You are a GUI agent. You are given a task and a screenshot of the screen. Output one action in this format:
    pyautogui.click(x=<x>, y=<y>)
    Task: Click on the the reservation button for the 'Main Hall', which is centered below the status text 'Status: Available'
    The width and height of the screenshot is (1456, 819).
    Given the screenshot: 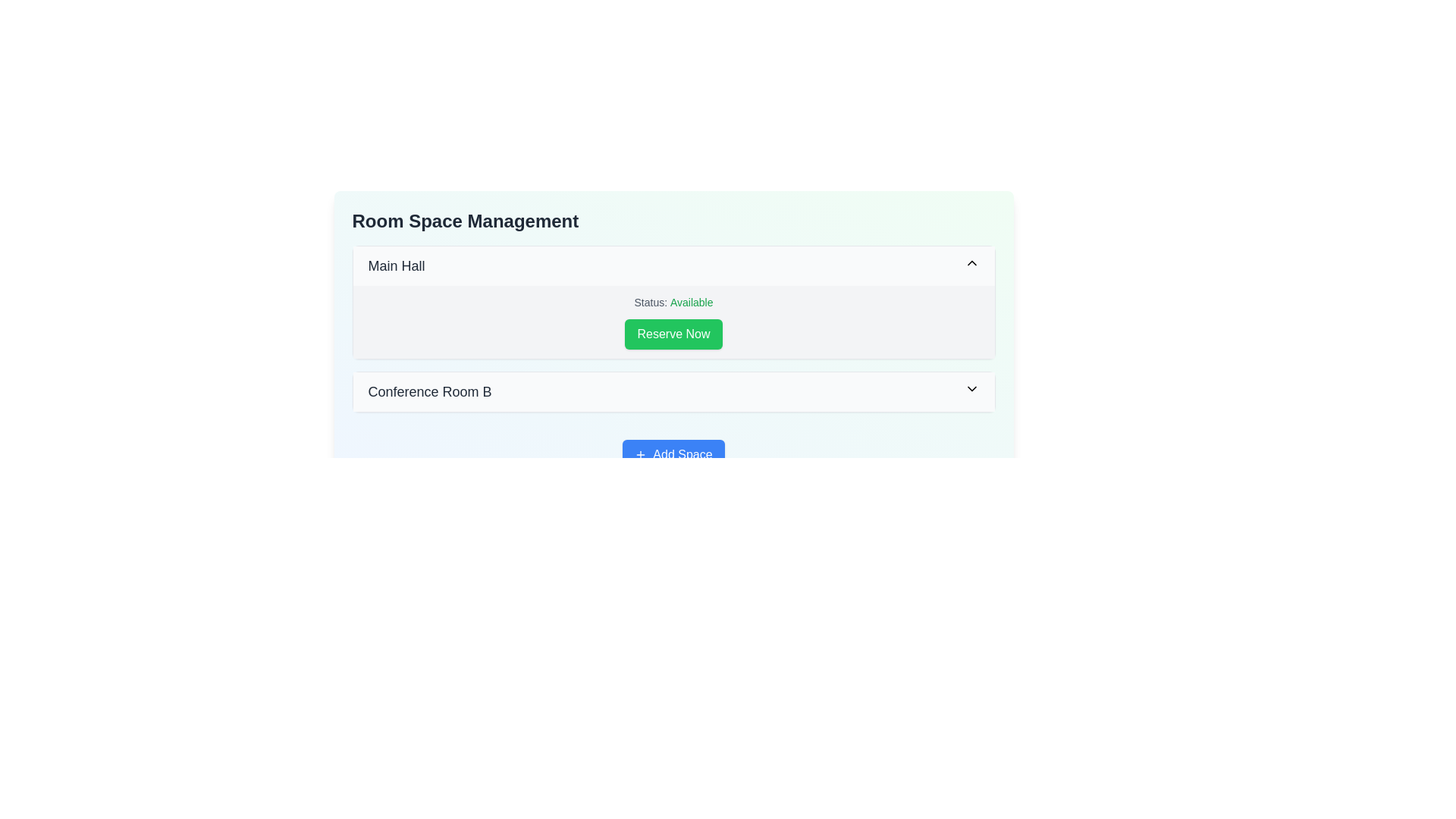 What is the action you would take?
    pyautogui.click(x=673, y=338)
    